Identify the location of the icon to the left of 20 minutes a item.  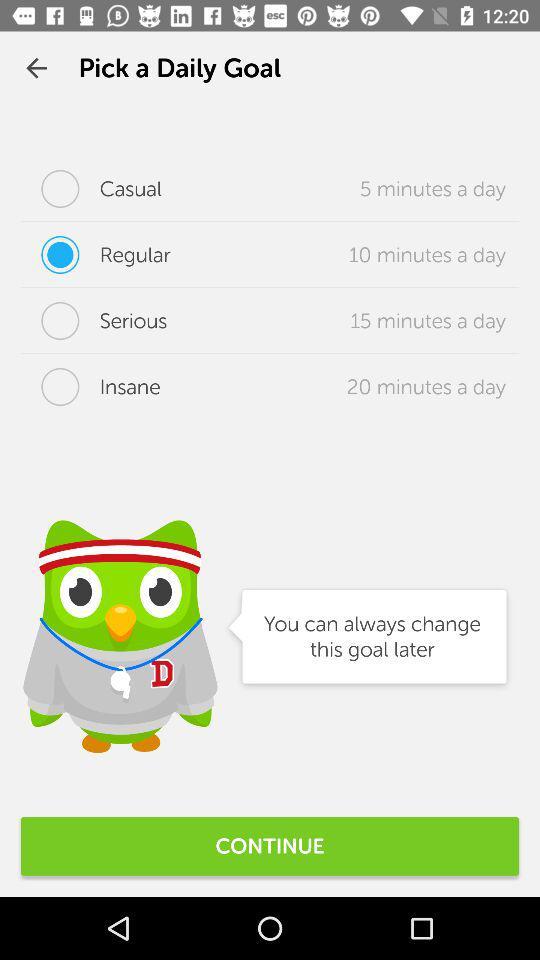
(89, 385).